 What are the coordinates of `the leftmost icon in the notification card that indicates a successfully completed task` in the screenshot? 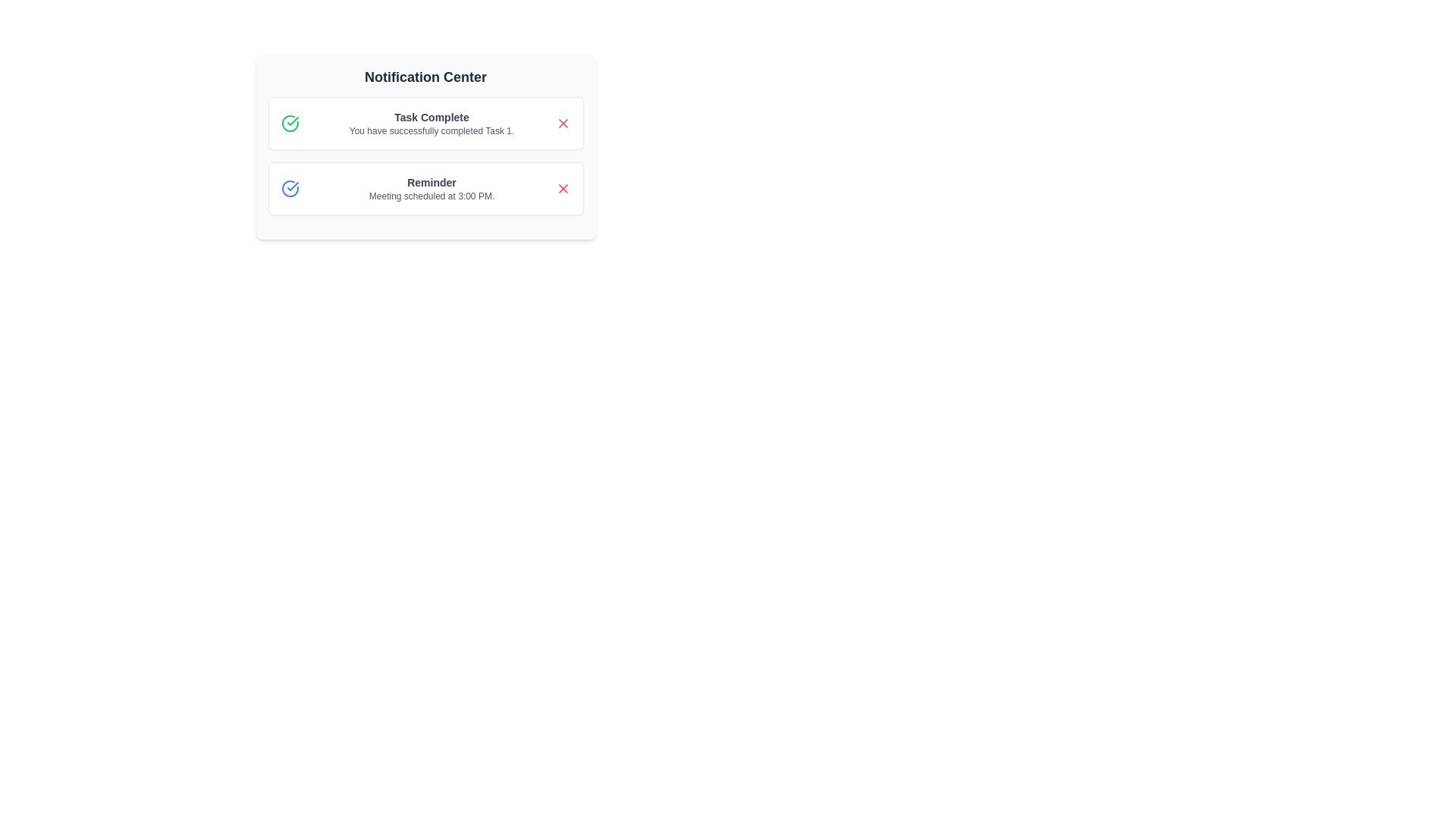 It's located at (290, 122).